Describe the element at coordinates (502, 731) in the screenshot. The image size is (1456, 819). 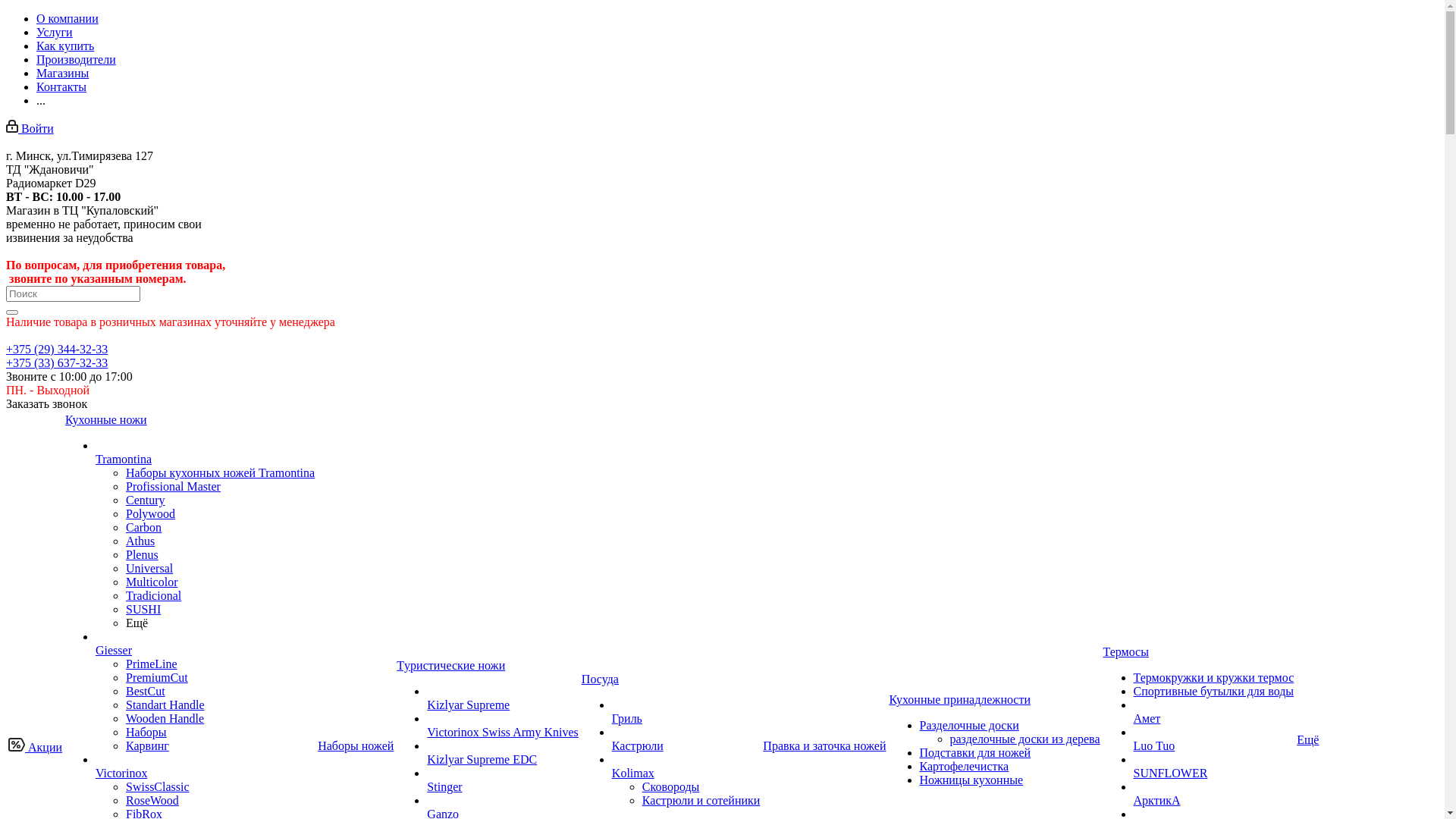
I see `'Victorinox Swiss Army Knives'` at that location.